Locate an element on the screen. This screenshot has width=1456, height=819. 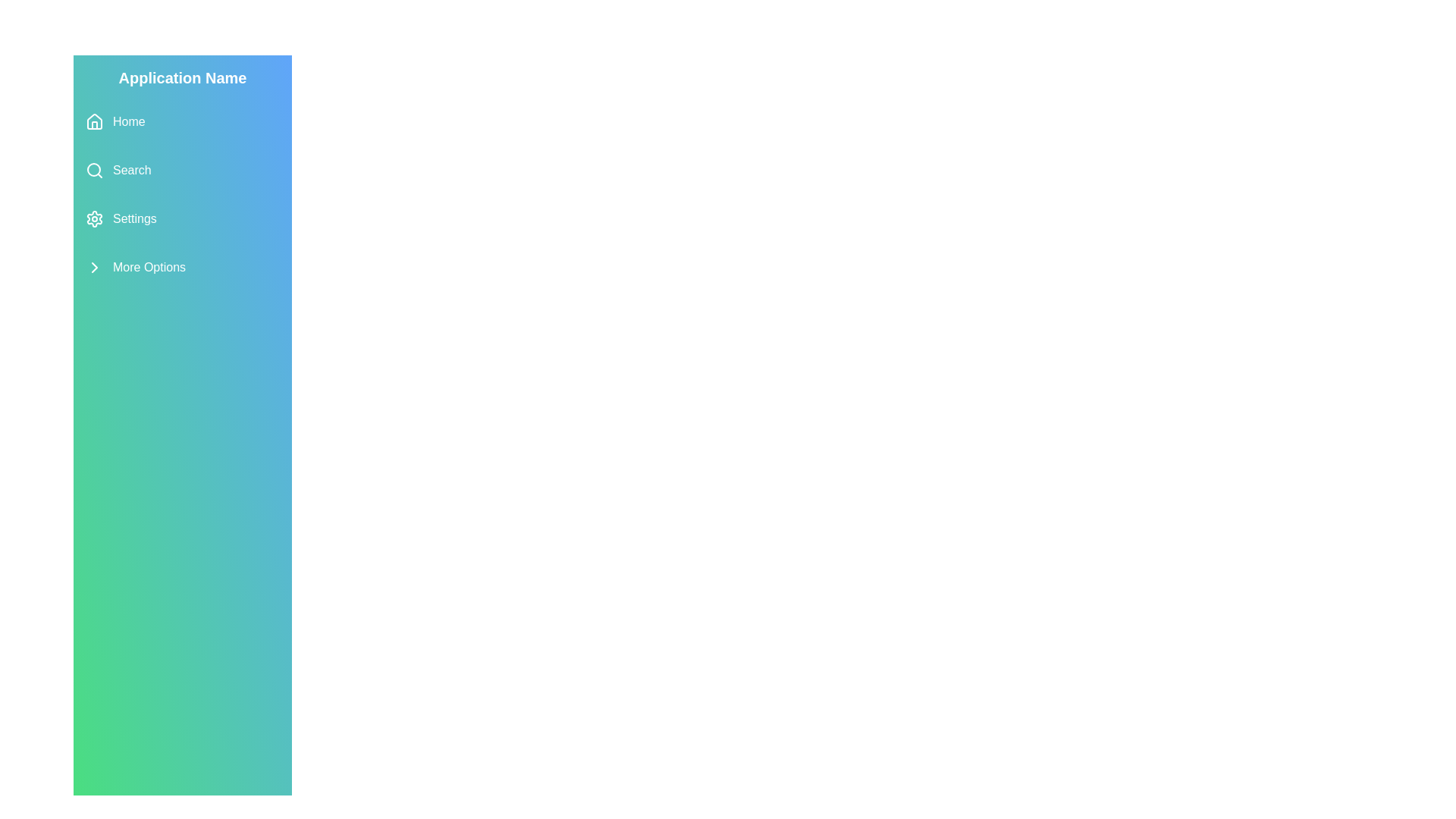
the menu item Settings is located at coordinates (182, 219).